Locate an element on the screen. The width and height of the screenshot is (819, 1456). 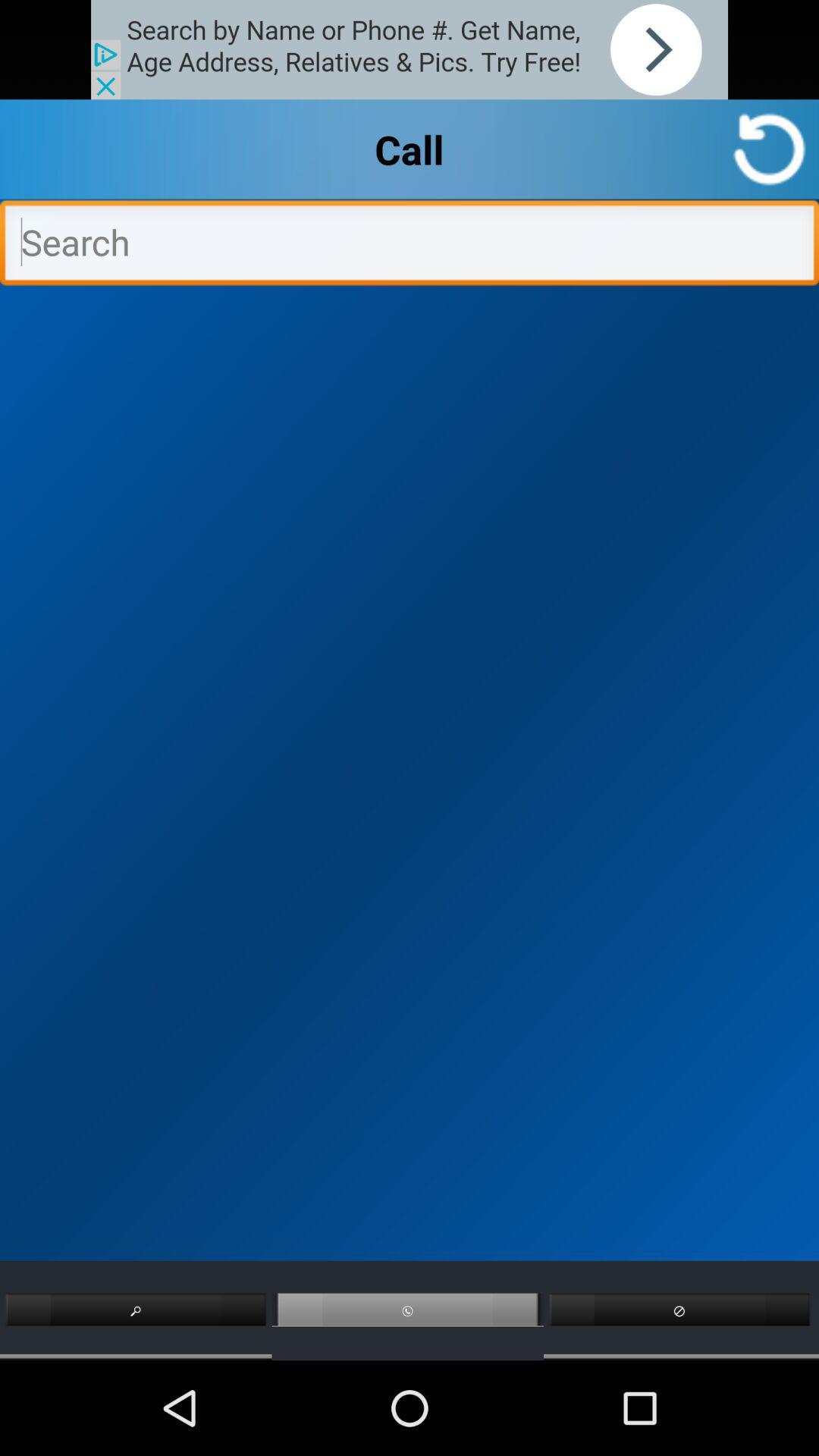
text to search is located at coordinates (409, 246).